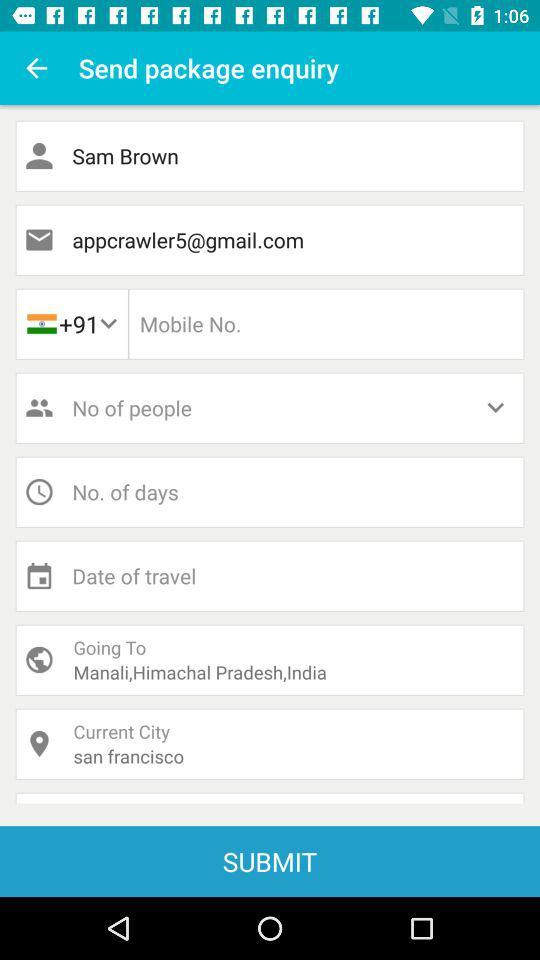 This screenshot has width=540, height=960. What do you see at coordinates (326, 324) in the screenshot?
I see `type phone number` at bounding box center [326, 324].